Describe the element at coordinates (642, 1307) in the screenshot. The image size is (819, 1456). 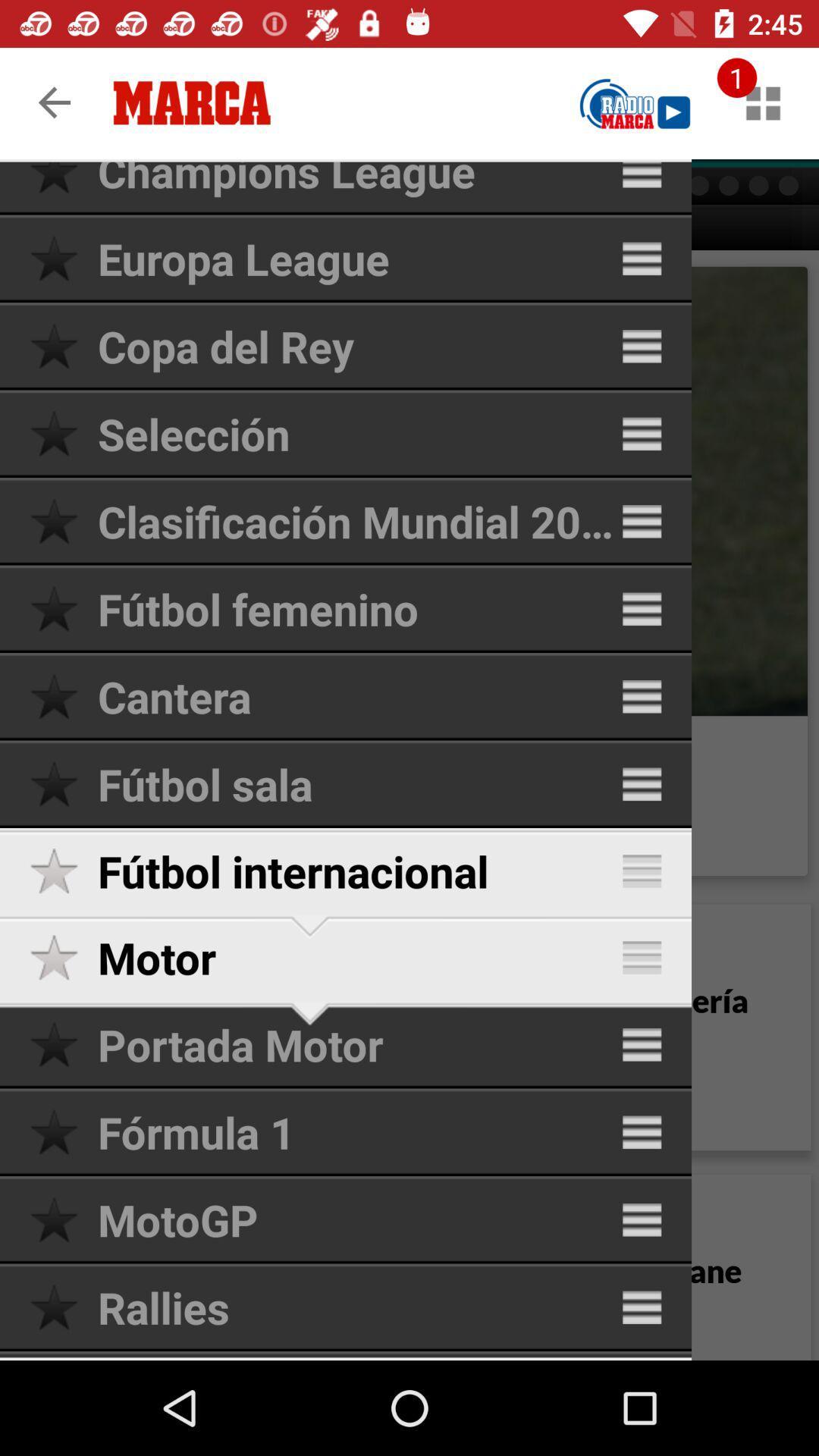
I see `menu icon of rallies` at that location.